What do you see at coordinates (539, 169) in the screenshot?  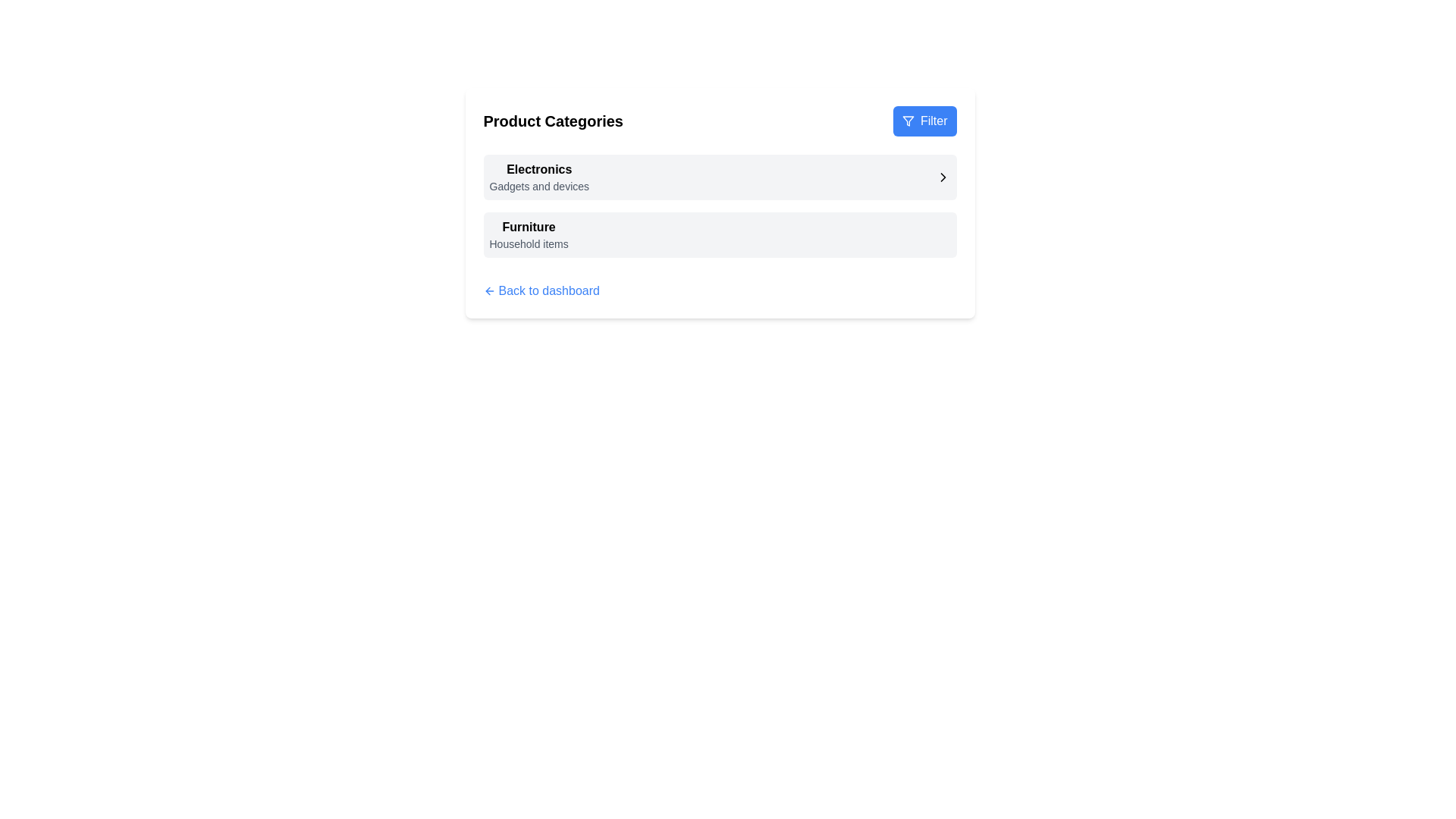 I see `the 'Electronics' category title text label, which serves as a heading for the associated items in the product list` at bounding box center [539, 169].